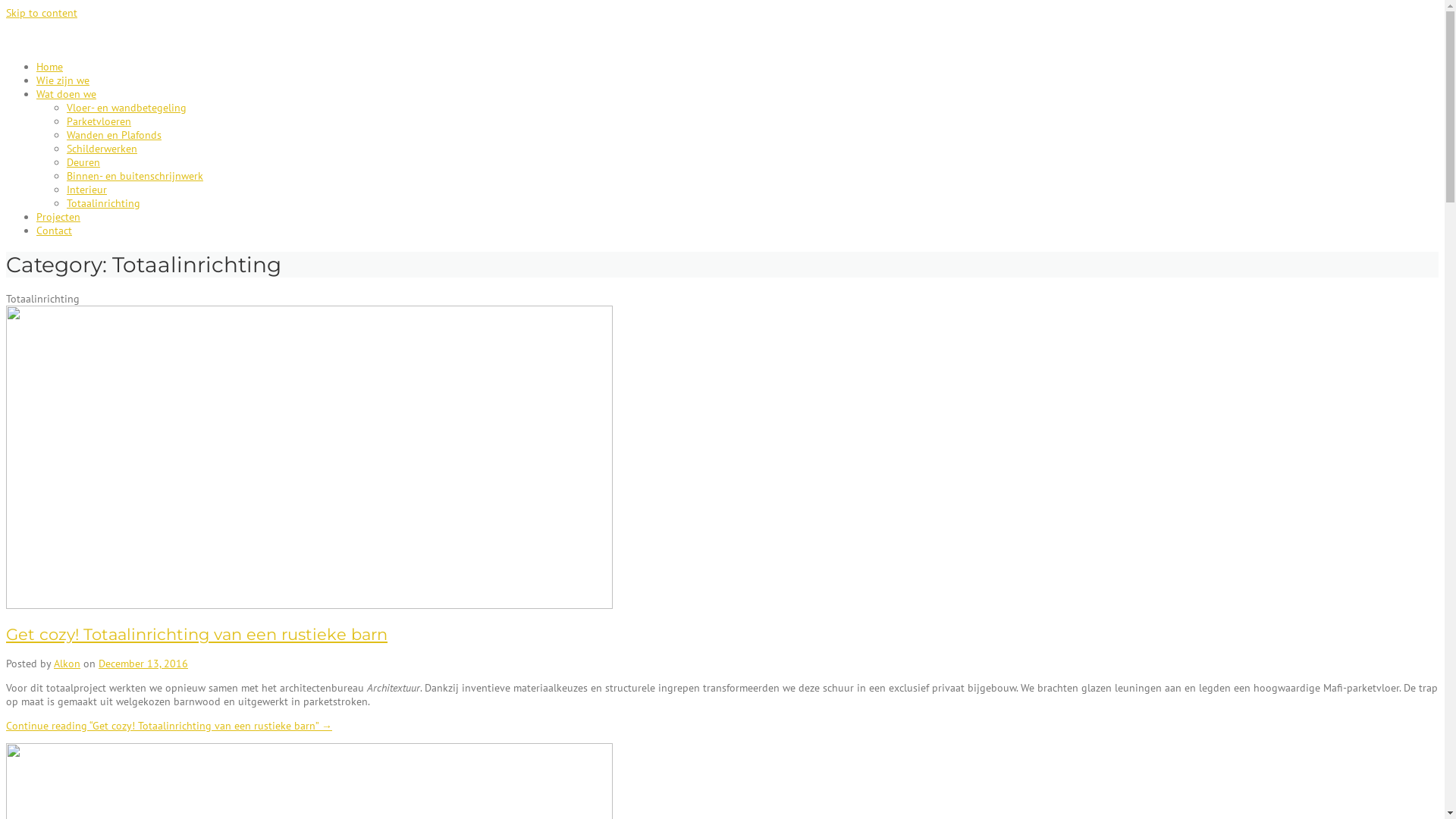  What do you see at coordinates (113, 133) in the screenshot?
I see `'Wanden en Plafonds'` at bounding box center [113, 133].